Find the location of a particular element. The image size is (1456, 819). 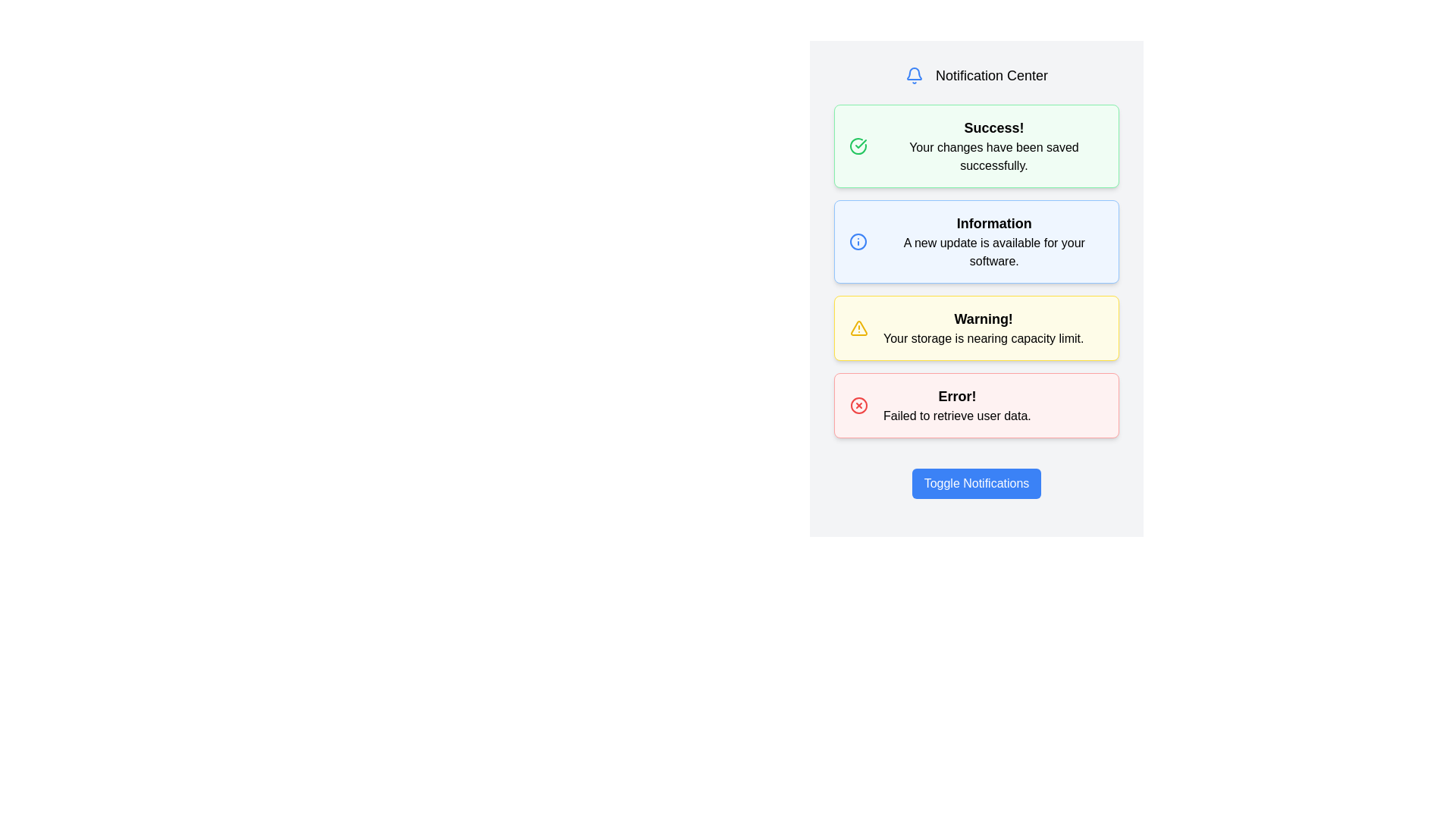

the green check icon indicating success, which is styled as a circle with a checkmark inside, located on the left side of the 'Success! Your changes have been saved successfully.' text is located at coordinates (858, 146).